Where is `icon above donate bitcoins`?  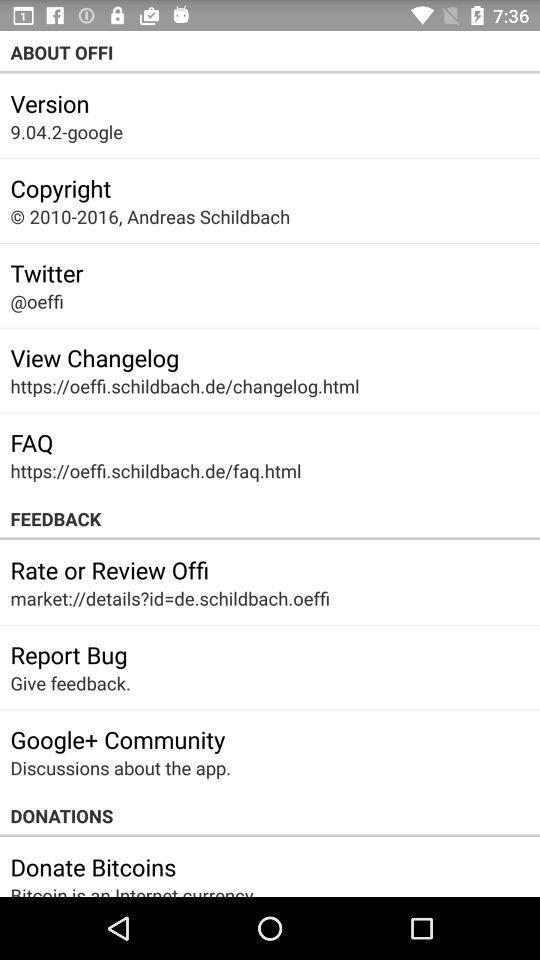 icon above donate bitcoins is located at coordinates (270, 816).